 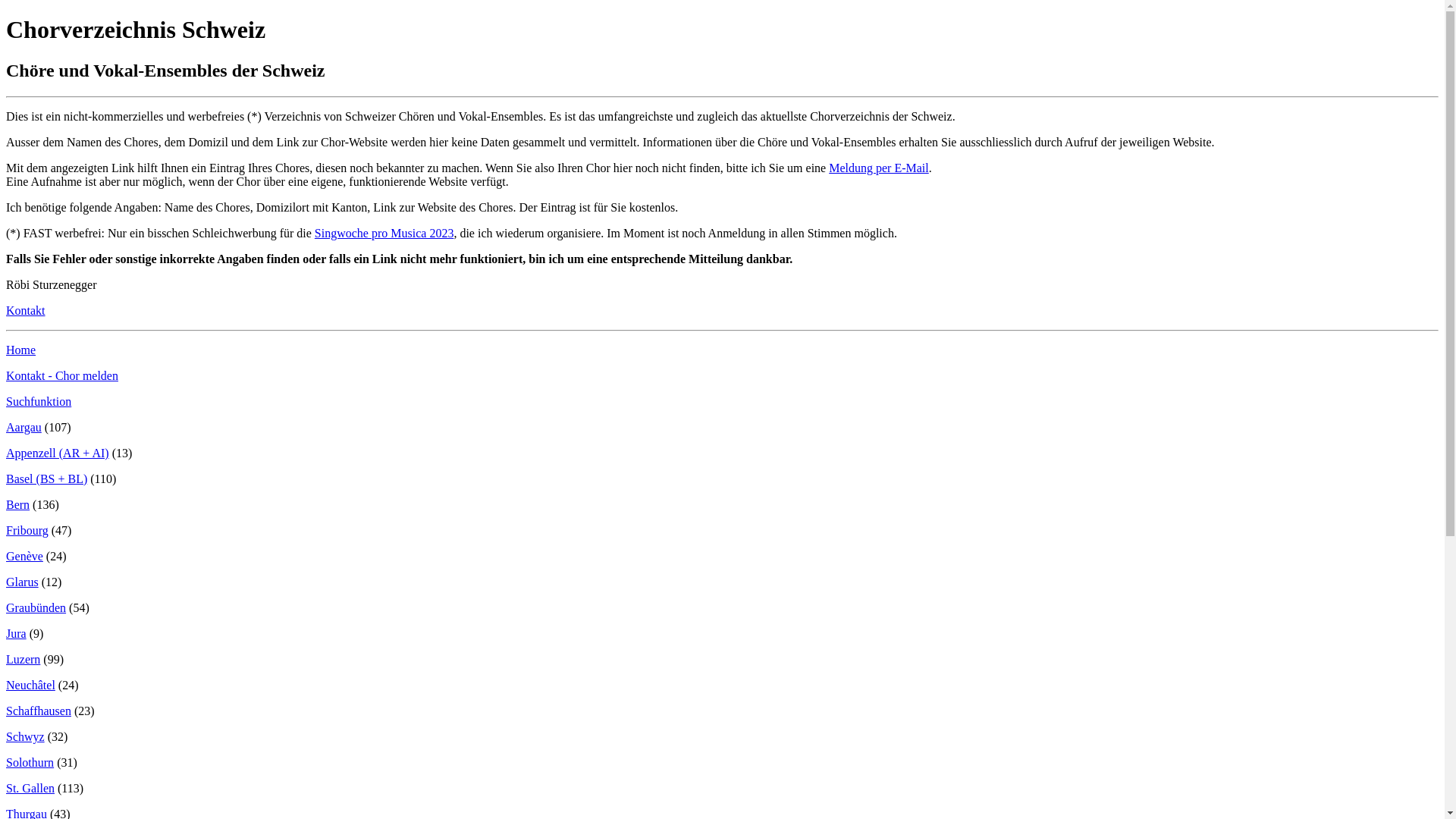 What do you see at coordinates (22, 581) in the screenshot?
I see `'Glarus'` at bounding box center [22, 581].